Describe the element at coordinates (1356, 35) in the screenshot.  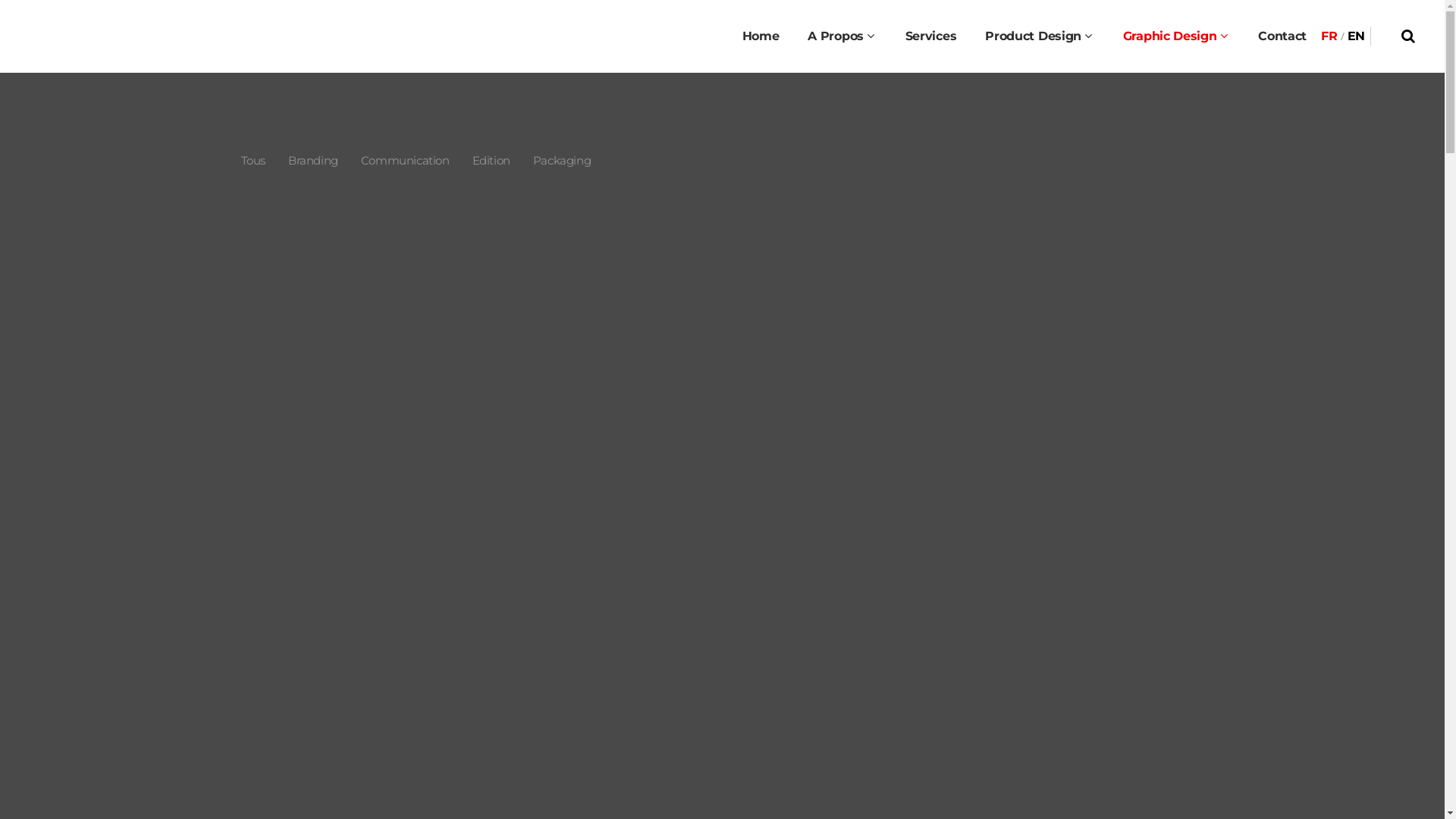
I see `'EN'` at that location.